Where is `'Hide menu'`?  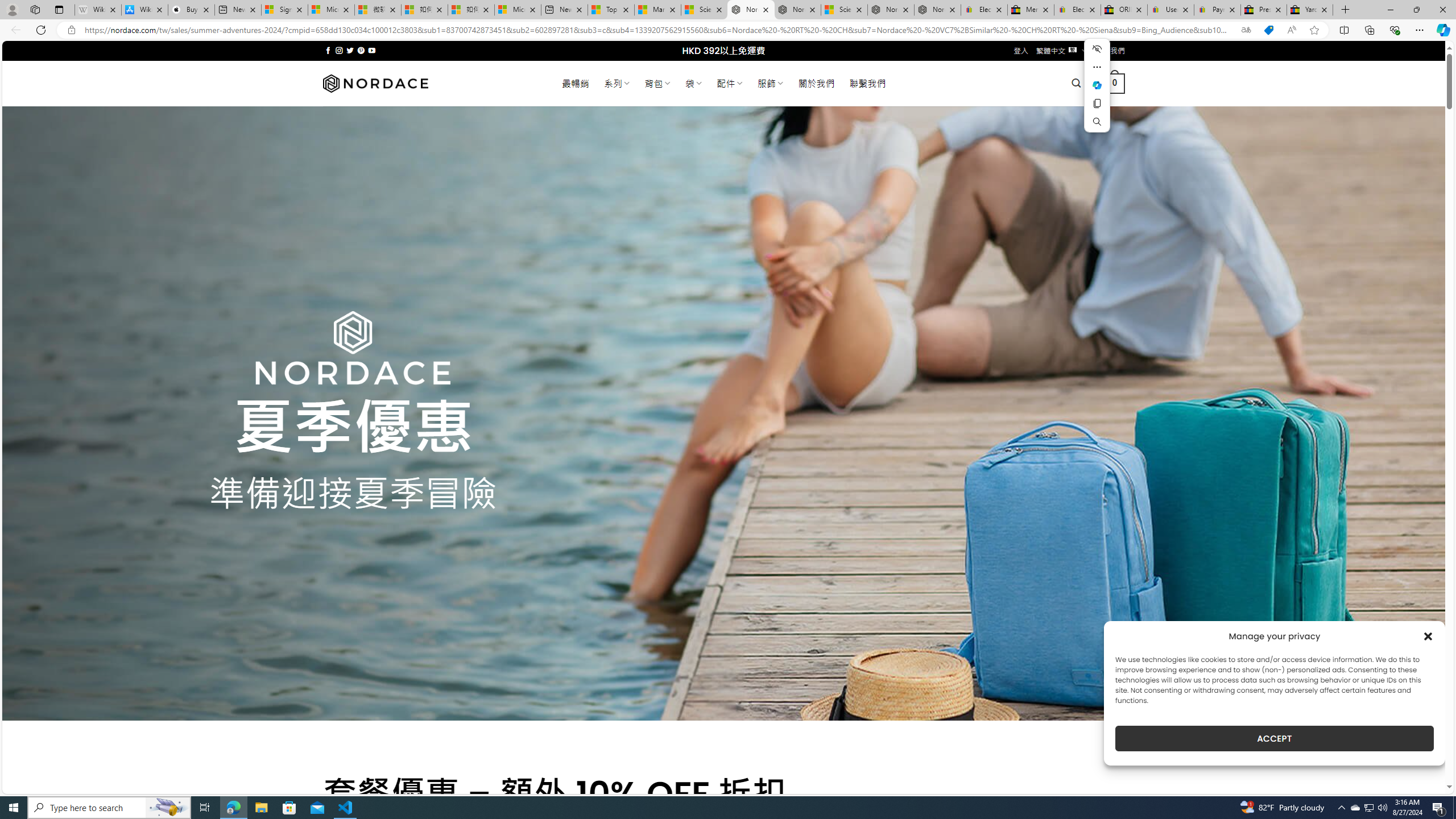
'Hide menu' is located at coordinates (1097, 48).